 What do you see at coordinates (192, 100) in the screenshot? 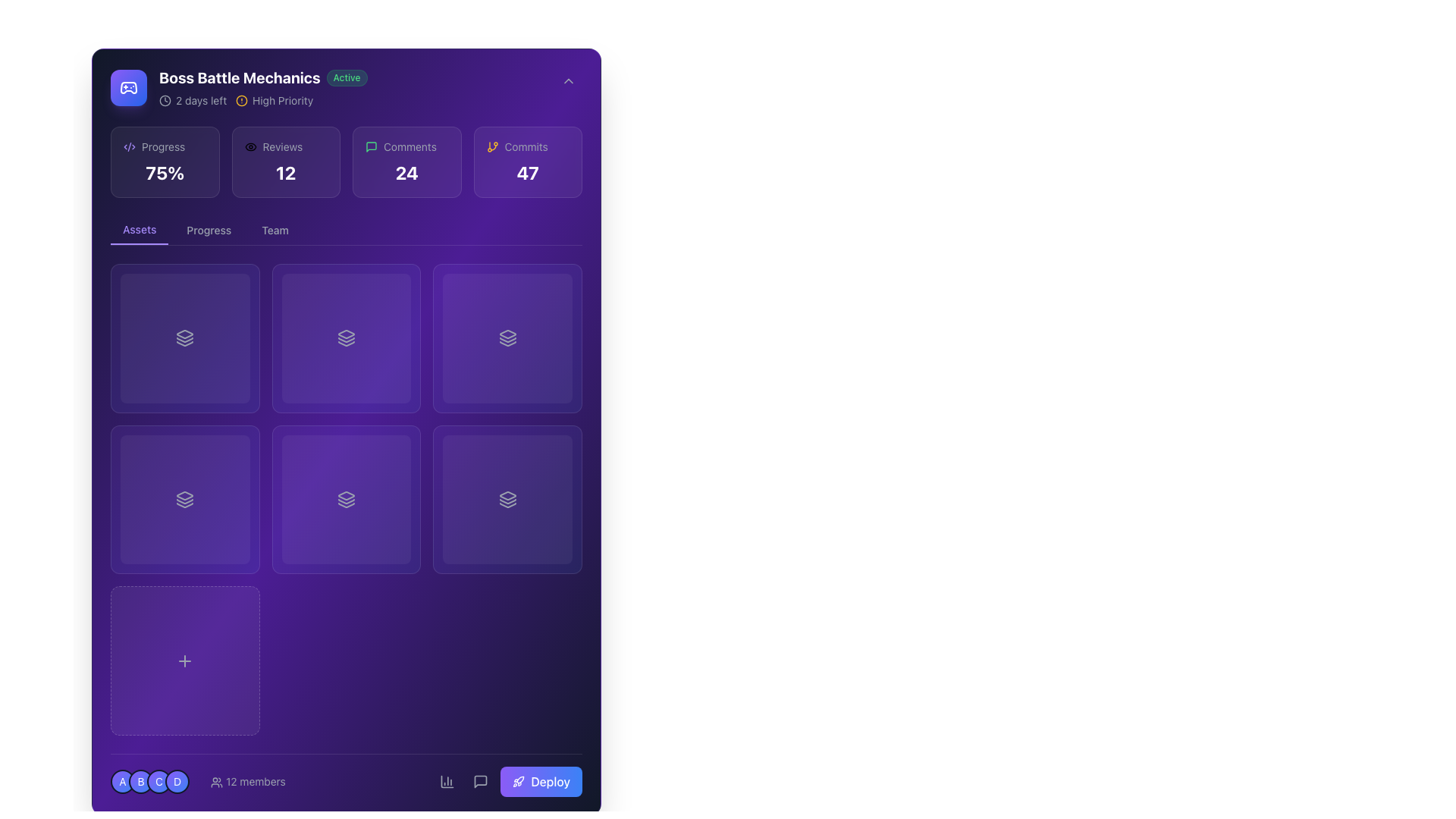
I see `the notification text element displaying '2 days left' with a clock icon, located in the header area to the left of the 'High Priority' label` at bounding box center [192, 100].